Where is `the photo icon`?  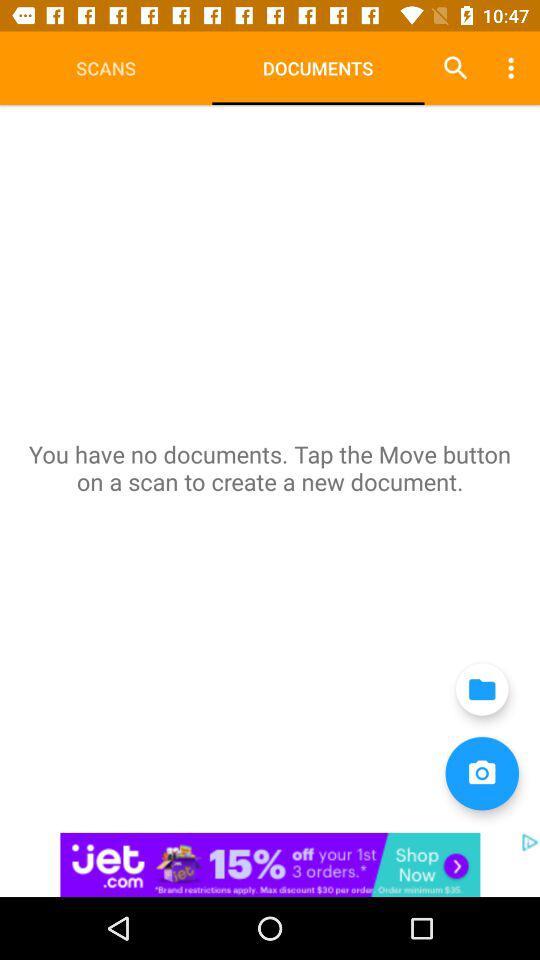
the photo icon is located at coordinates (481, 772).